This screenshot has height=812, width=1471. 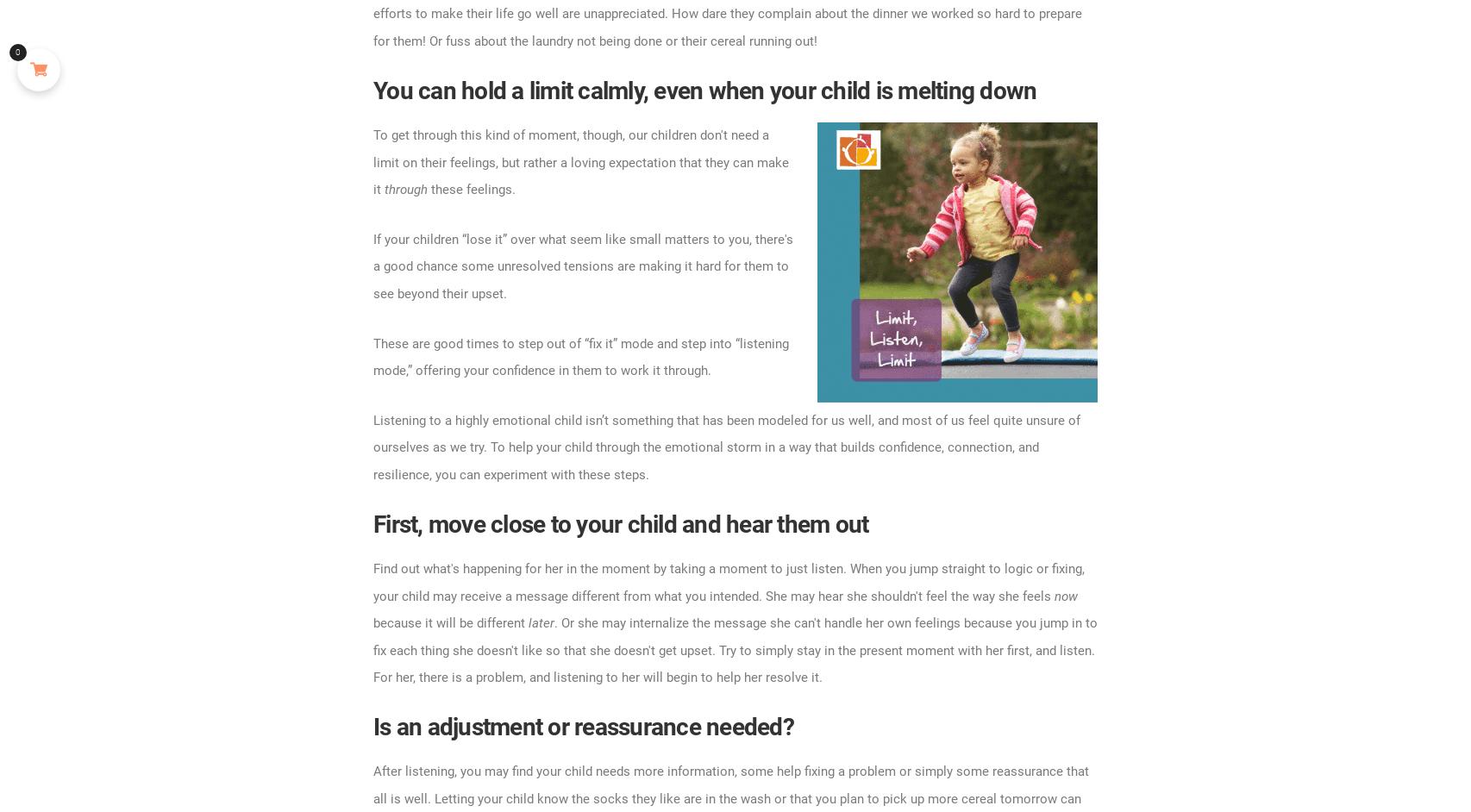 What do you see at coordinates (372, 621) in the screenshot?
I see `'because it will be different'` at bounding box center [372, 621].